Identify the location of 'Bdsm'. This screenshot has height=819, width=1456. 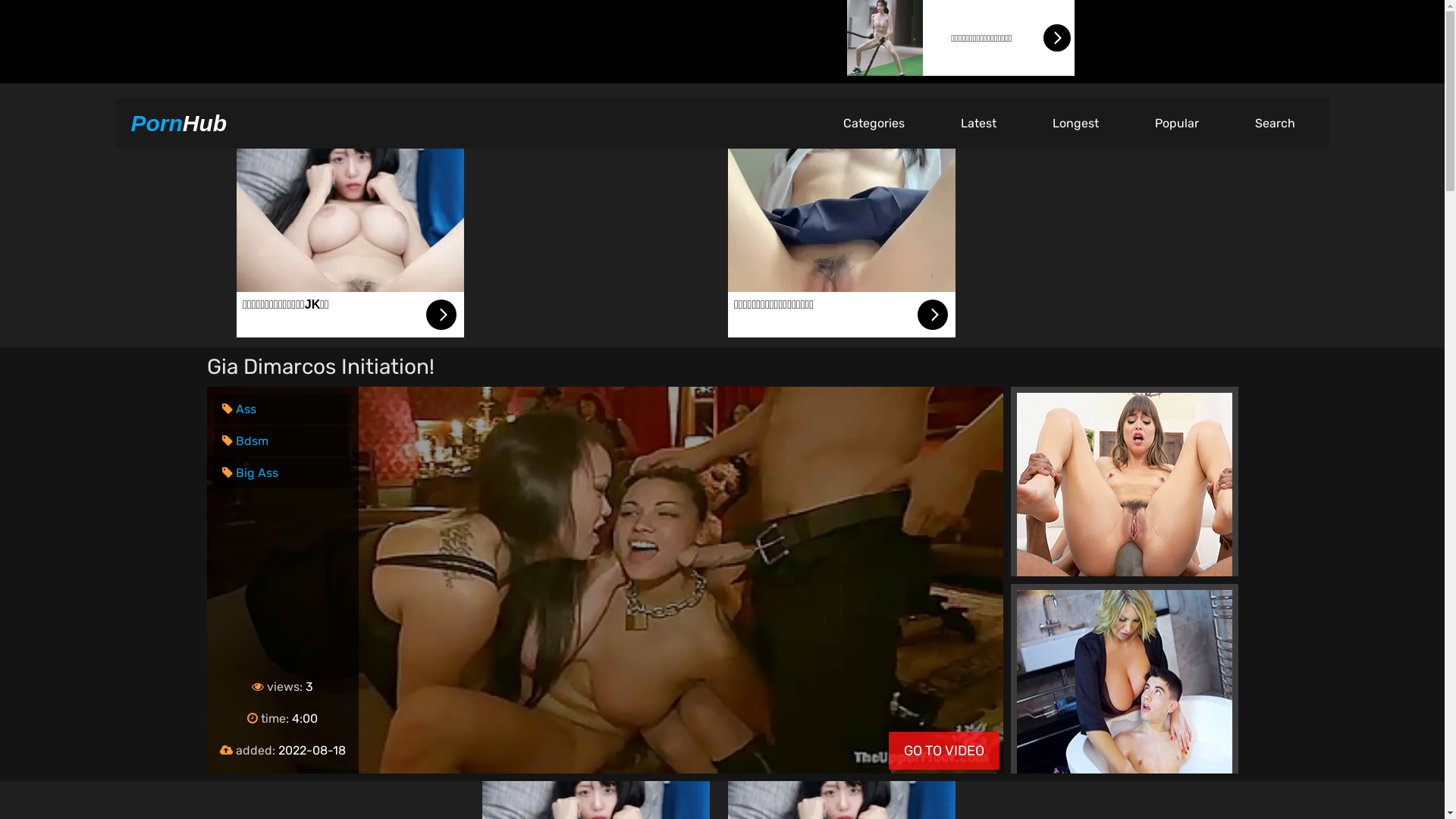
(244, 441).